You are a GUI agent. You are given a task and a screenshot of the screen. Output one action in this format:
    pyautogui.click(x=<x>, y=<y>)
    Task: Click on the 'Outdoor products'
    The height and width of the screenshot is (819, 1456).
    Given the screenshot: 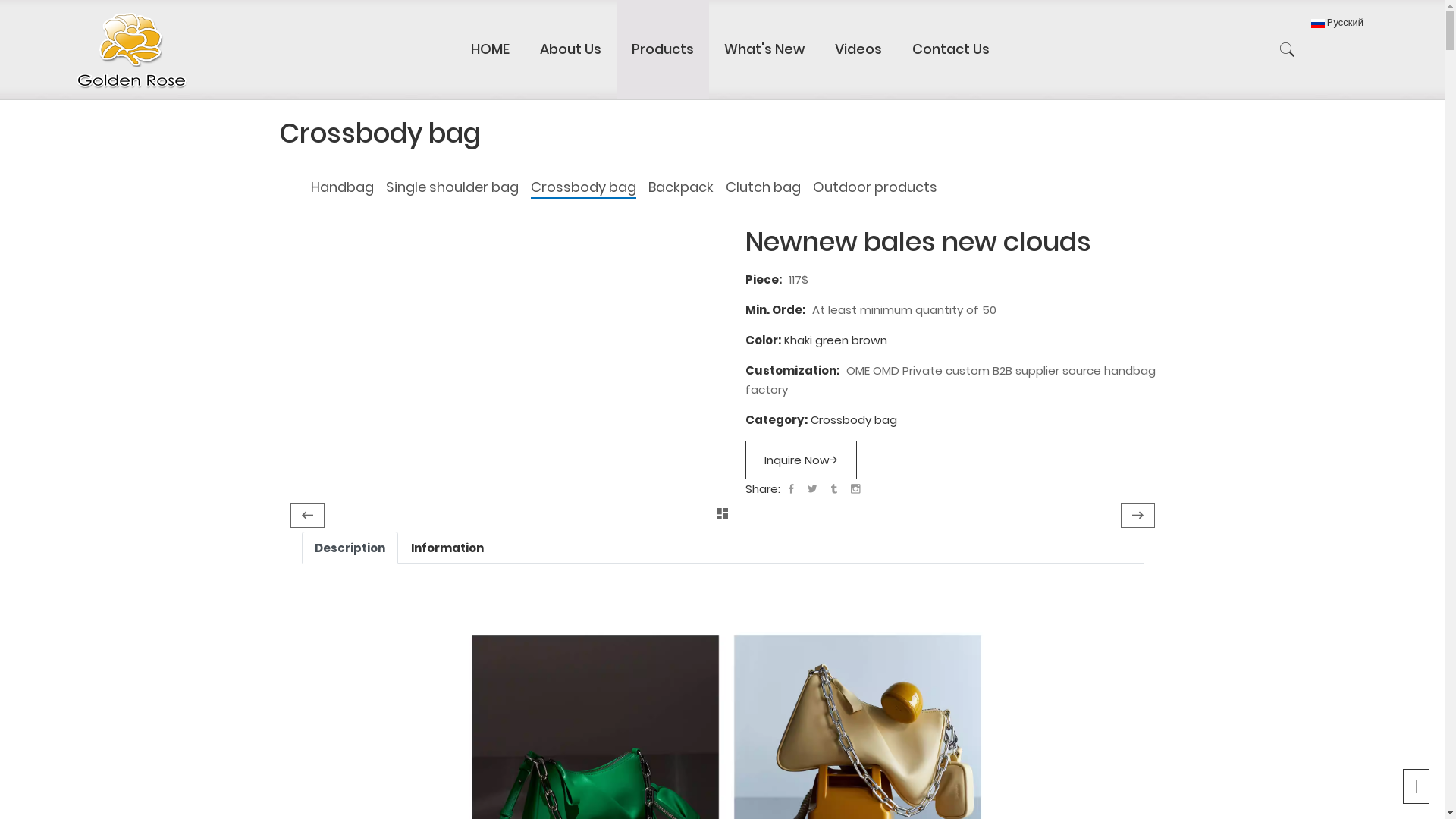 What is the action you would take?
    pyautogui.click(x=874, y=186)
    